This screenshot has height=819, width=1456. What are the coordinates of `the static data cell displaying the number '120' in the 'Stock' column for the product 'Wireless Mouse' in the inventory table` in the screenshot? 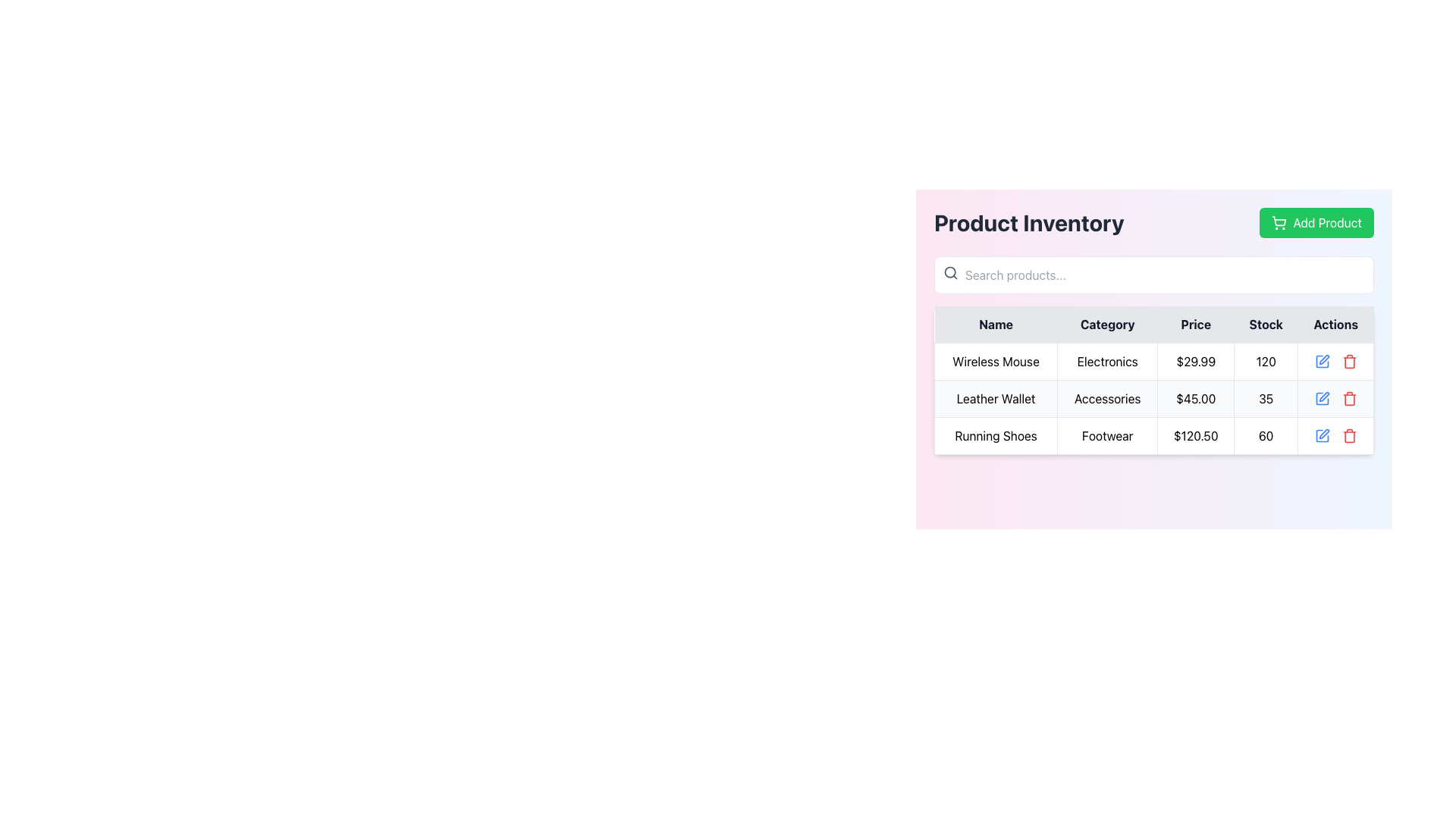 It's located at (1266, 362).